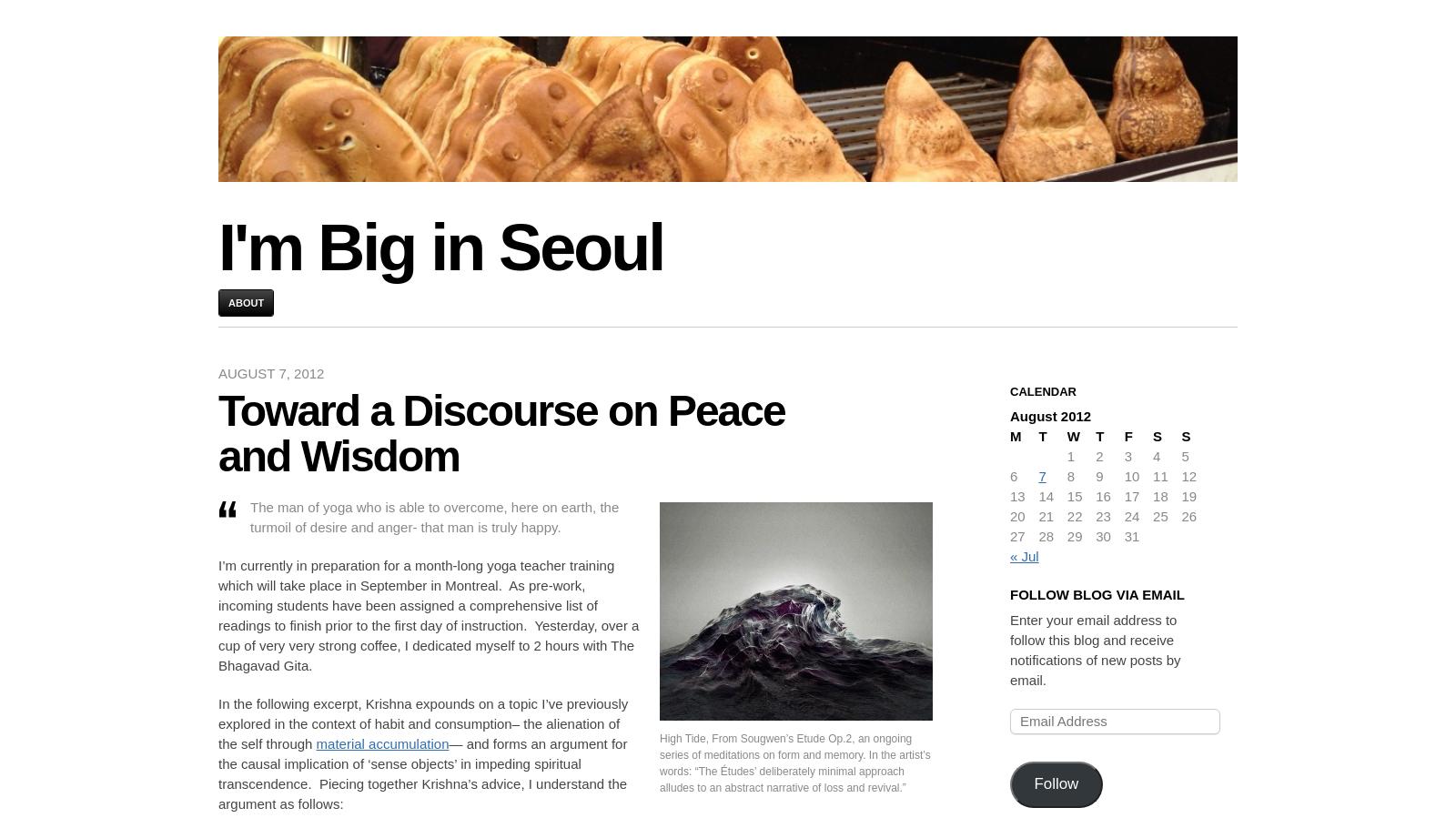 The image size is (1456, 828). Describe the element at coordinates (270, 372) in the screenshot. I see `'August 7, 2012'` at that location.